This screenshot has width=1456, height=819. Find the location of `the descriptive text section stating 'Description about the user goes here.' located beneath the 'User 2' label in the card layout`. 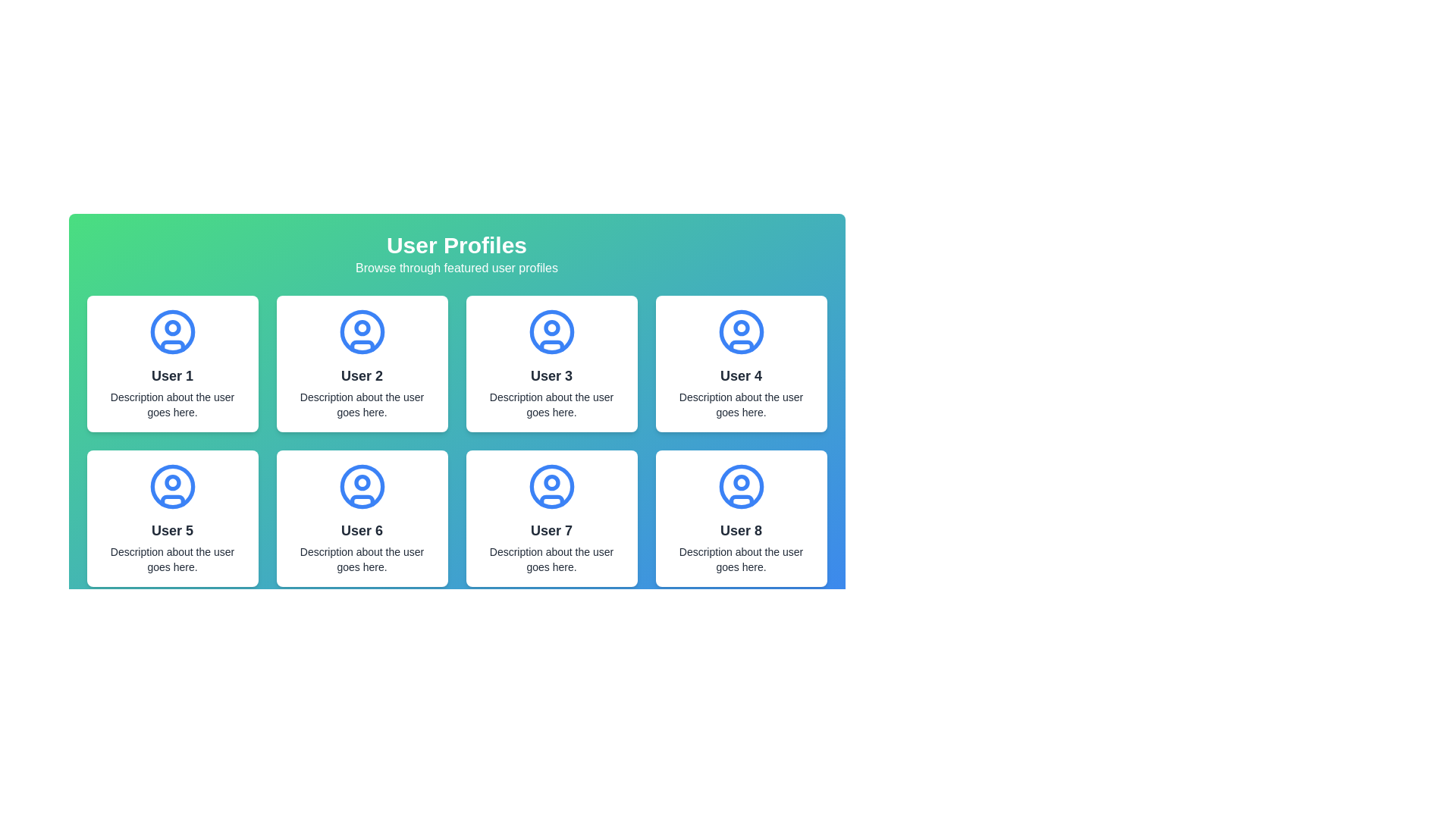

the descriptive text section stating 'Description about the user goes here.' located beneath the 'User 2' label in the card layout is located at coordinates (361, 403).